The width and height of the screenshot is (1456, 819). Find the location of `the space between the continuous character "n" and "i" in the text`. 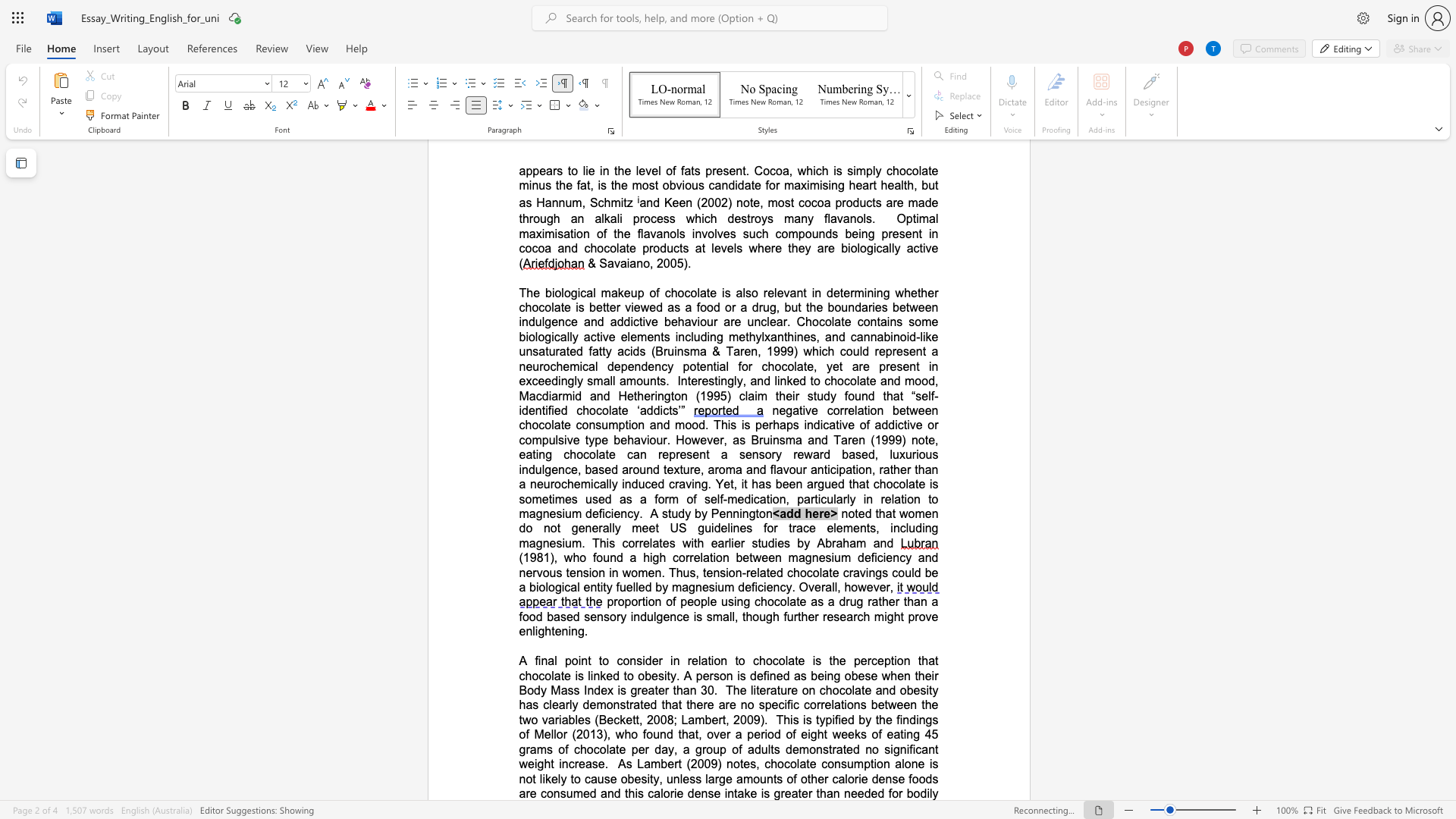

the space between the continuous character "n" and "i" in the text is located at coordinates (738, 513).